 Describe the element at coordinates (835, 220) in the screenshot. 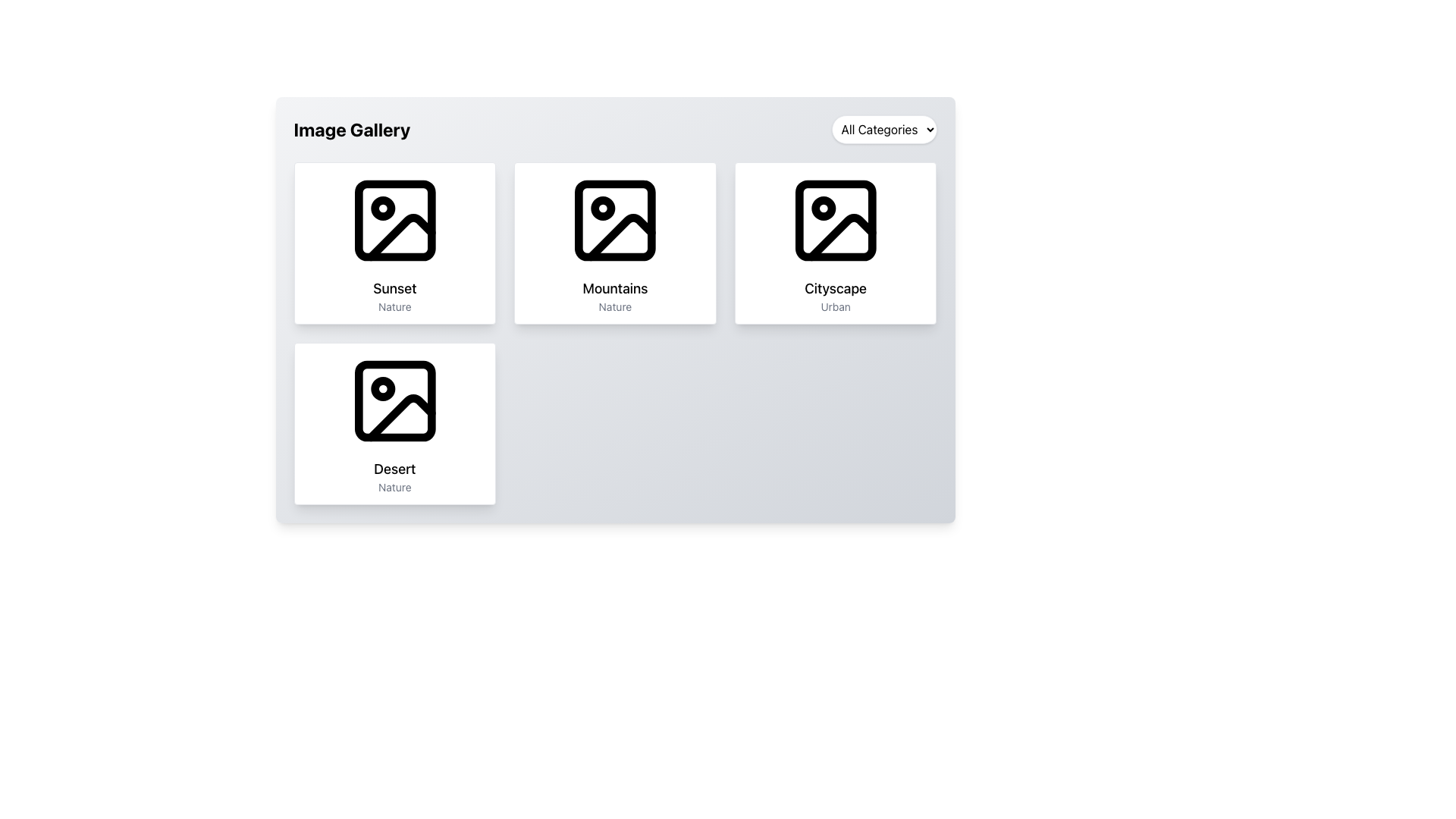

I see `the 'Cityscape Urban' image thumbnail, which is represented by the rectangular graphical component on the right side of the image gallery` at that location.